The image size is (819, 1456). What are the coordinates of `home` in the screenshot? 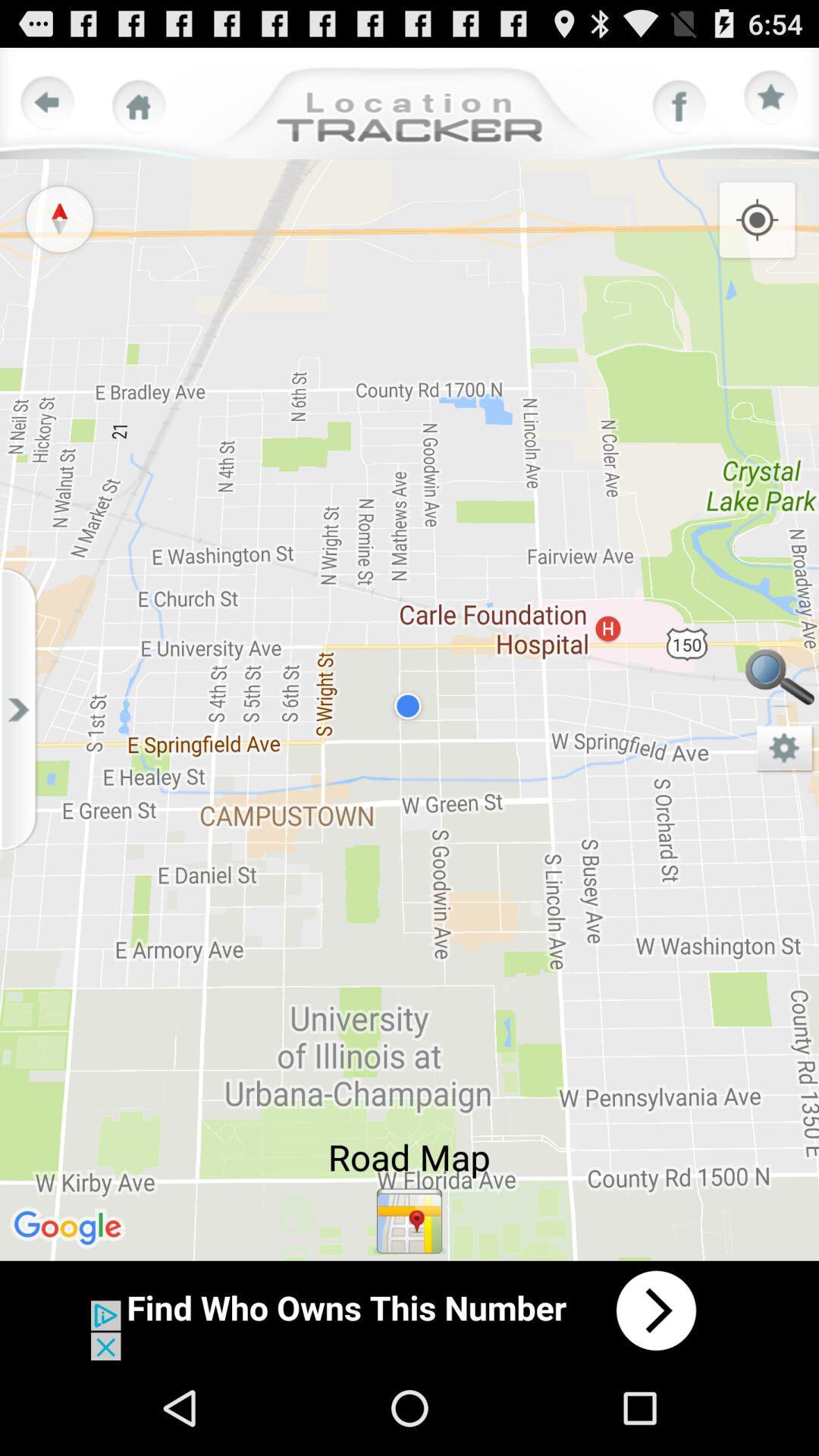 It's located at (139, 106).